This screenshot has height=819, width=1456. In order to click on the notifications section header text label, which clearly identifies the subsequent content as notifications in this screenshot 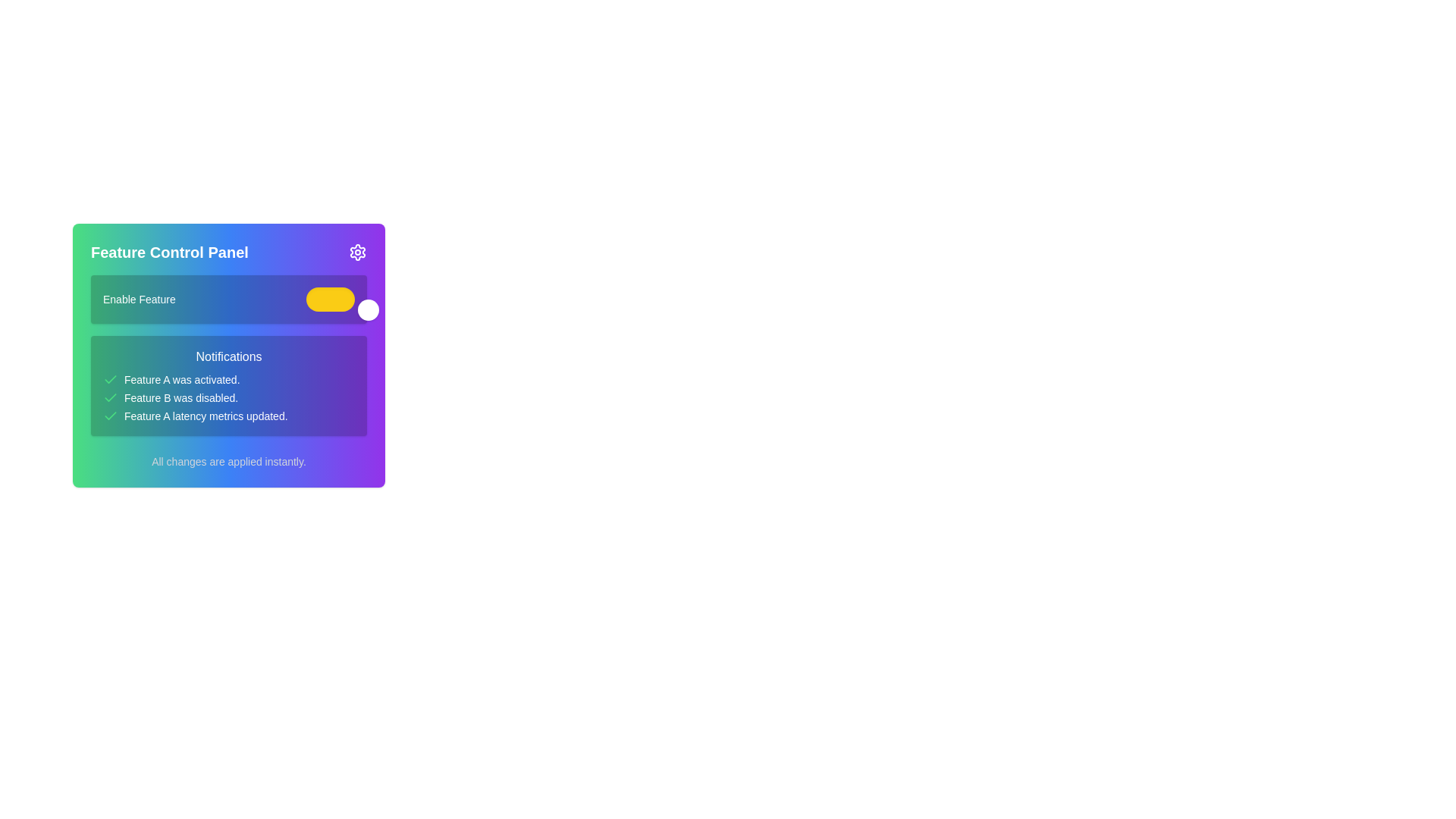, I will do `click(228, 356)`.